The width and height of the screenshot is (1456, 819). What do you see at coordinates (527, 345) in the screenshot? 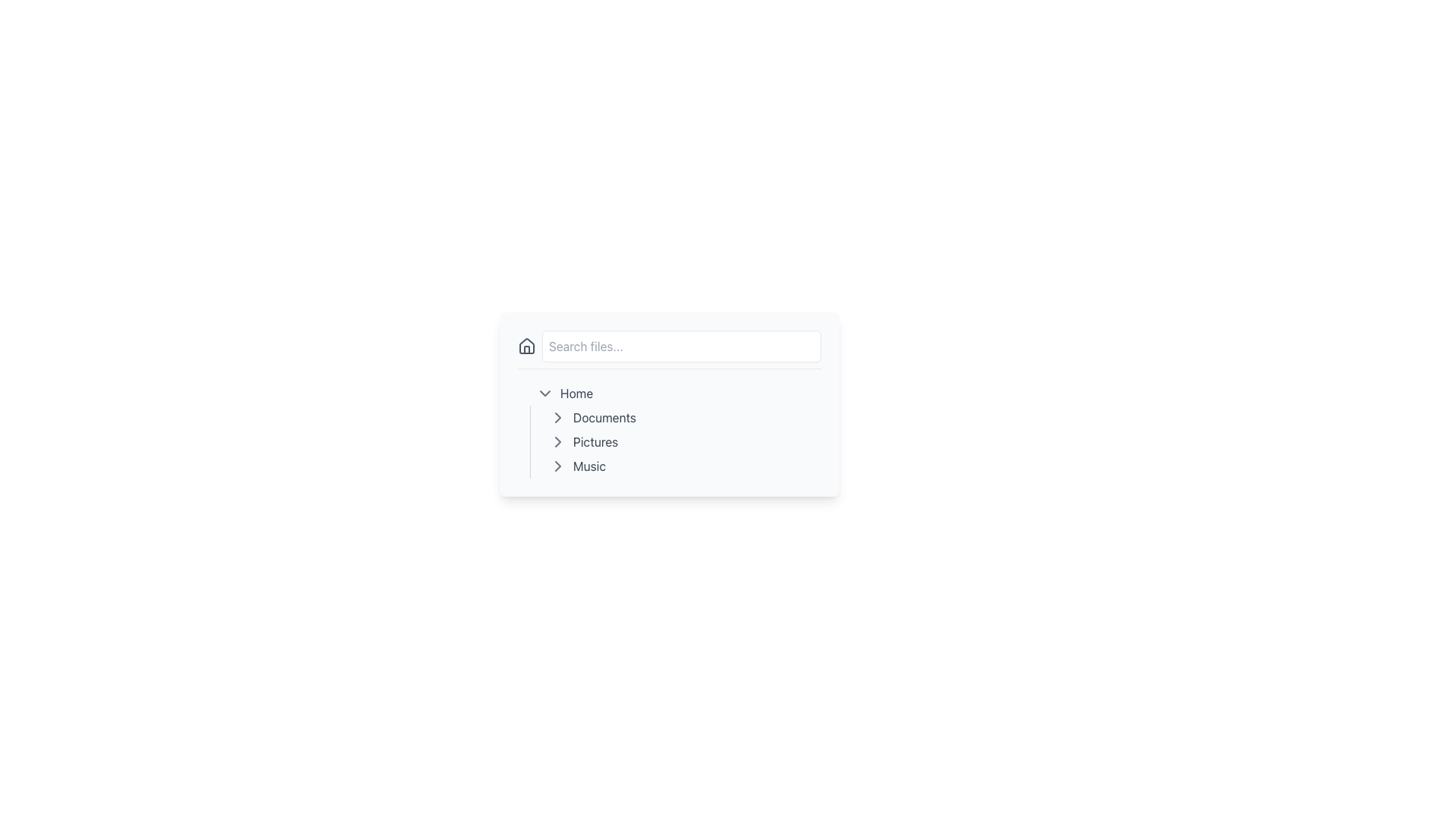
I see `the house icon element representing 'Home' functionality` at bounding box center [527, 345].